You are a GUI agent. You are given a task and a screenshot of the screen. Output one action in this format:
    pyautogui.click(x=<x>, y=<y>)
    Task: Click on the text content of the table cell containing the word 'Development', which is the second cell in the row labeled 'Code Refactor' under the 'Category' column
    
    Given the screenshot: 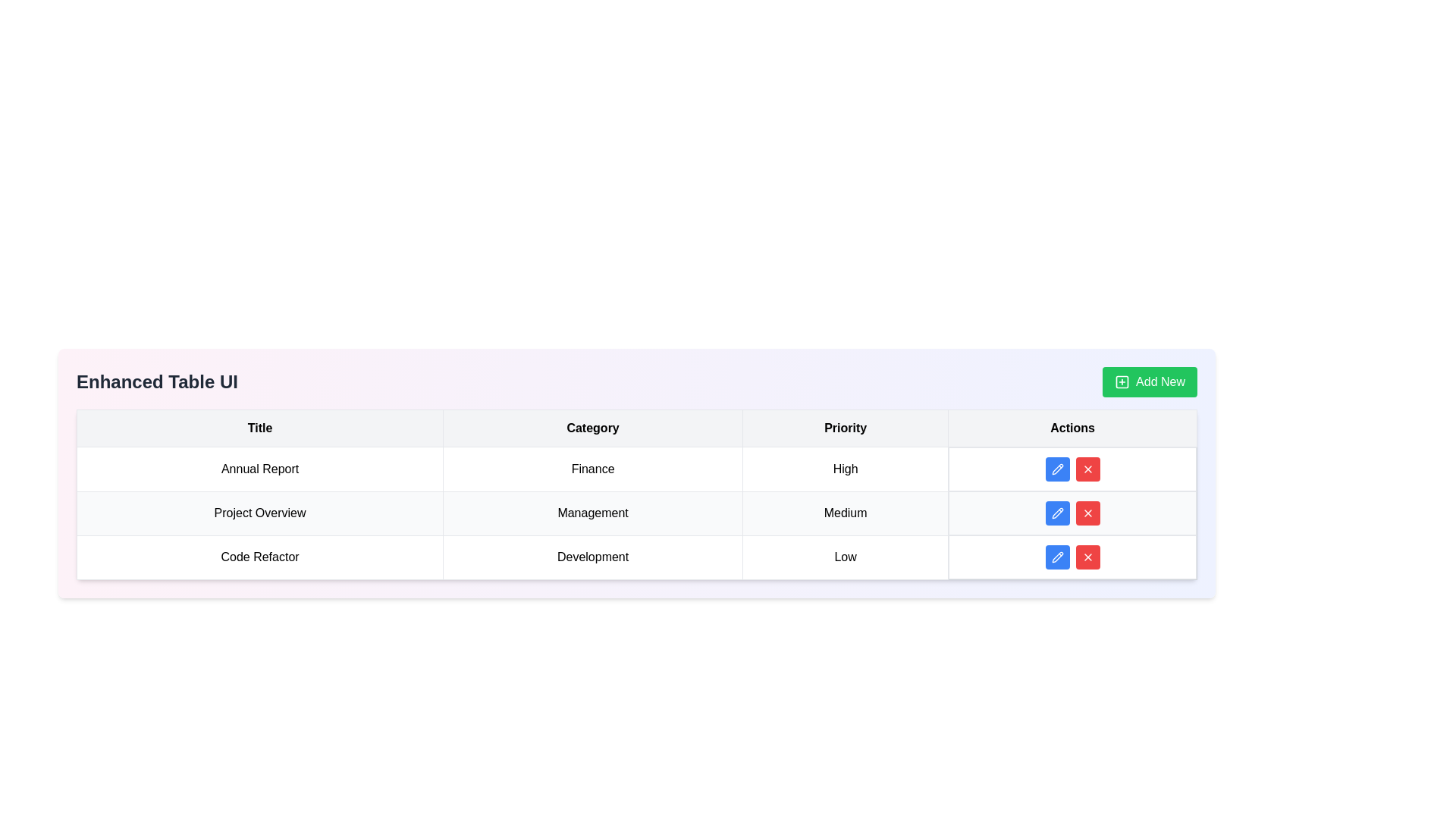 What is the action you would take?
    pyautogui.click(x=592, y=557)
    